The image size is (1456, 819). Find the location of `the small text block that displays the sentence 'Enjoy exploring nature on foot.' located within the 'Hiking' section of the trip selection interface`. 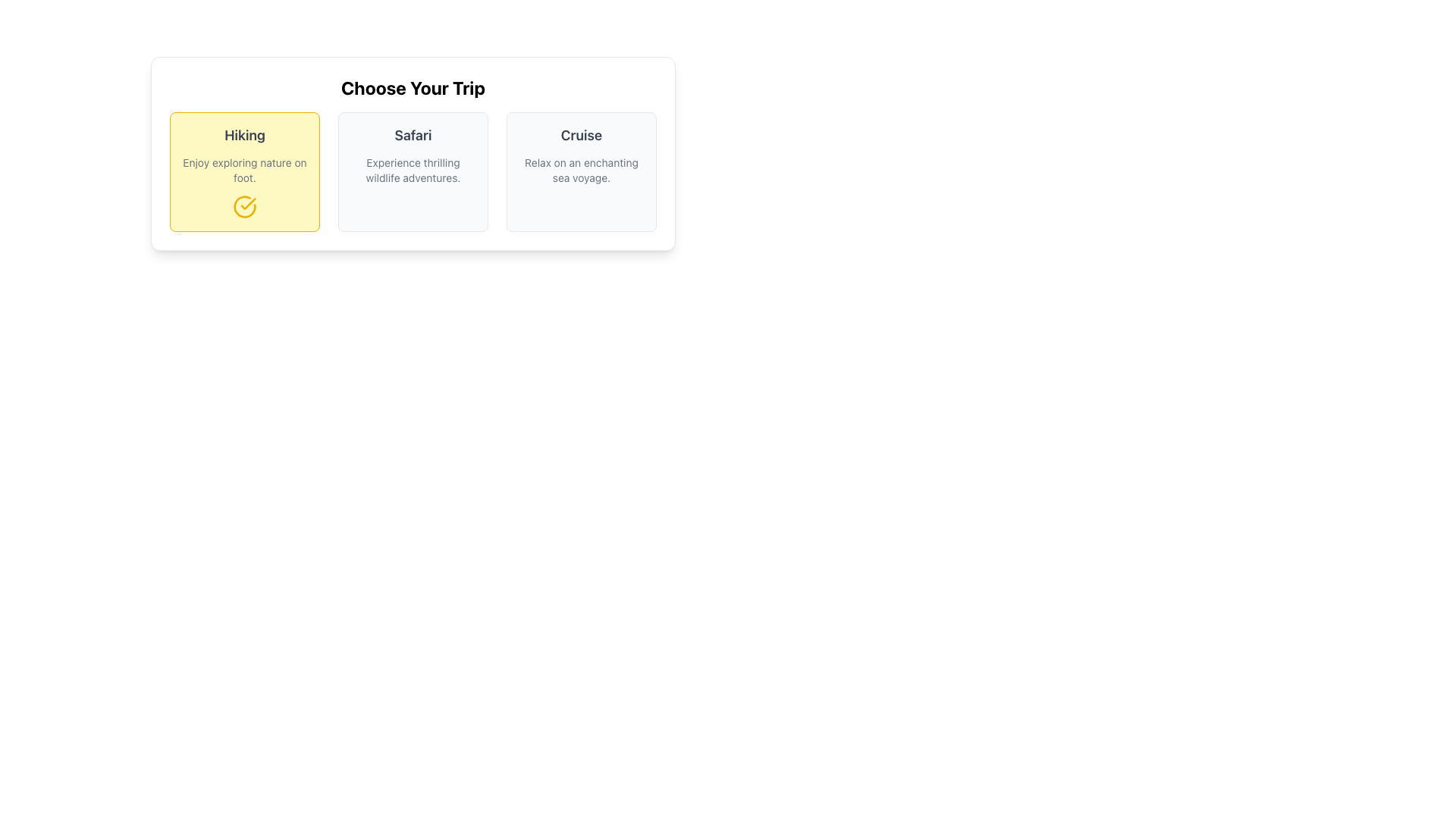

the small text block that displays the sentence 'Enjoy exploring nature on foot.' located within the 'Hiking' section of the trip selection interface is located at coordinates (244, 170).